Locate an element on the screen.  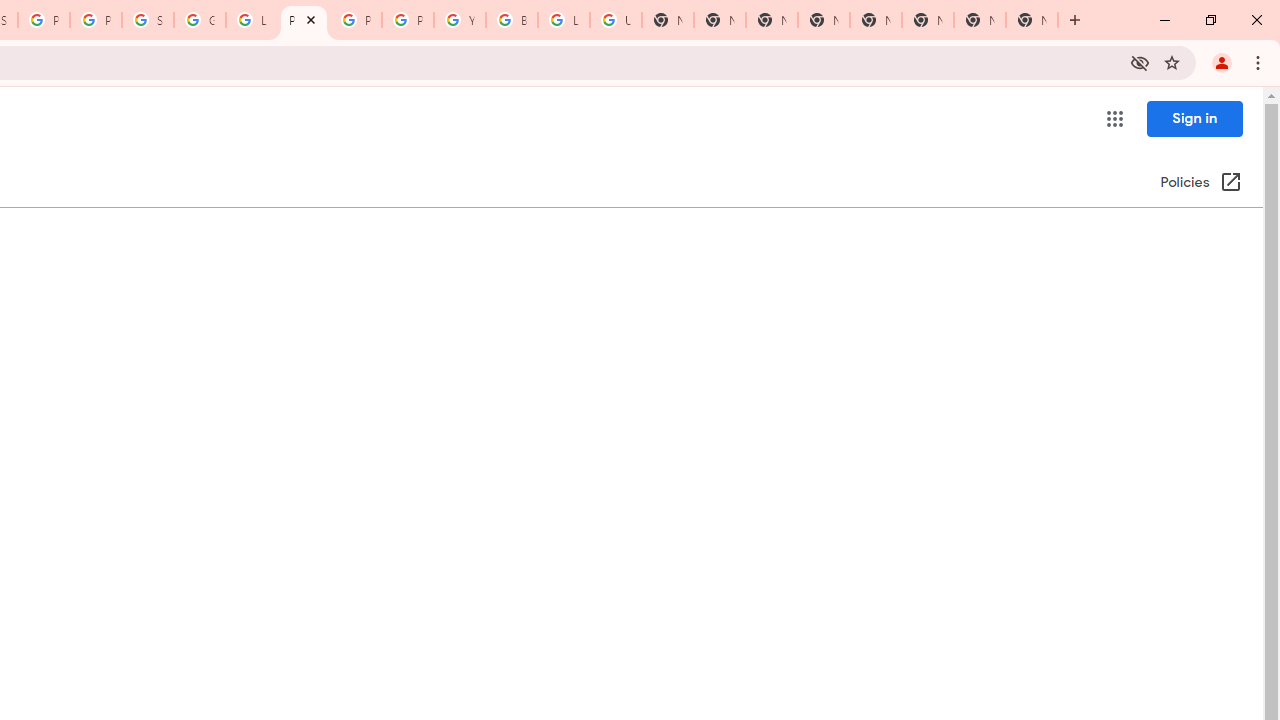
'Privacy Help Center - Policies Help' is located at coordinates (303, 20).